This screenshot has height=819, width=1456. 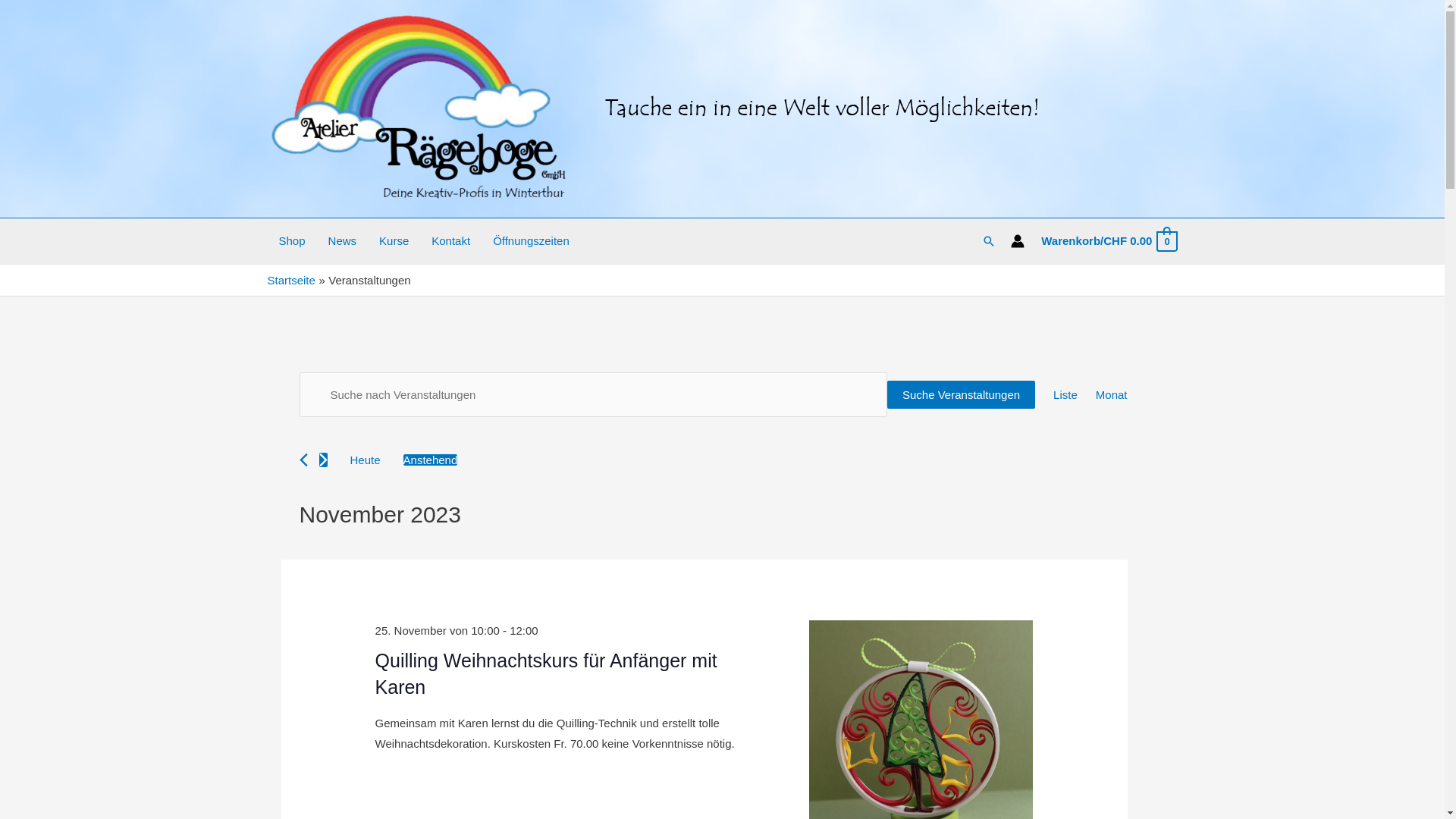 I want to click on 'Heute', so click(x=364, y=459).